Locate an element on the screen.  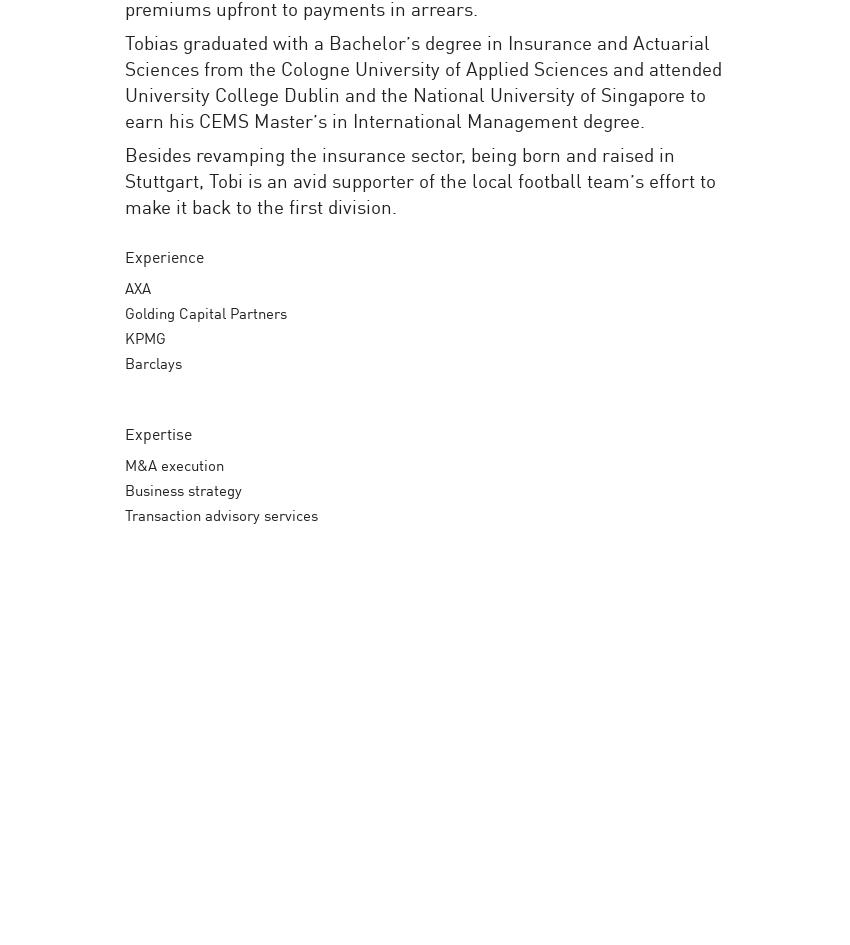
'Transaction advisory services' is located at coordinates (221, 513).